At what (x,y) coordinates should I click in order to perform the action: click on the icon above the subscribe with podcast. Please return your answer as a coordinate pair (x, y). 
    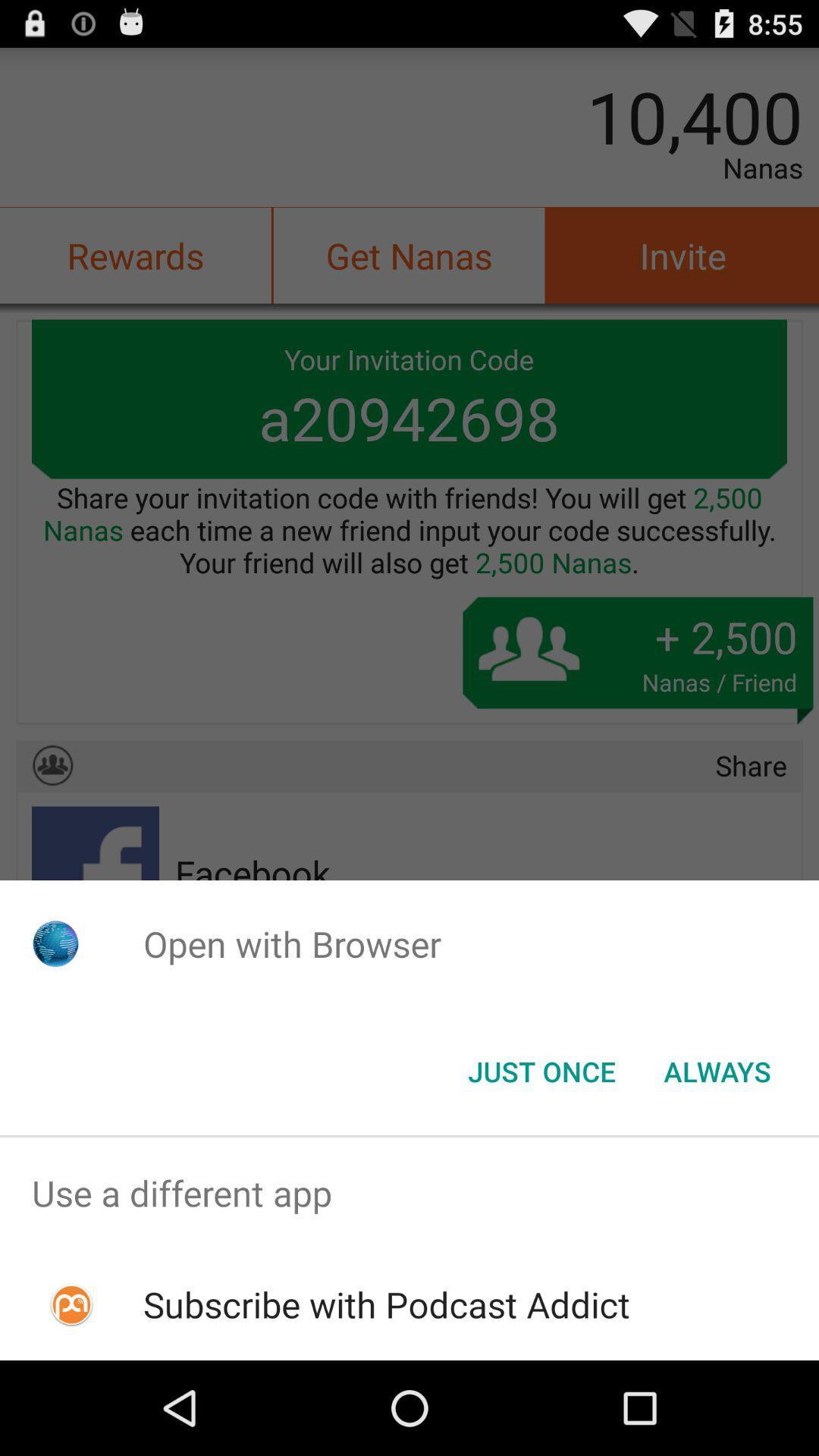
    Looking at the image, I should click on (409, 1192).